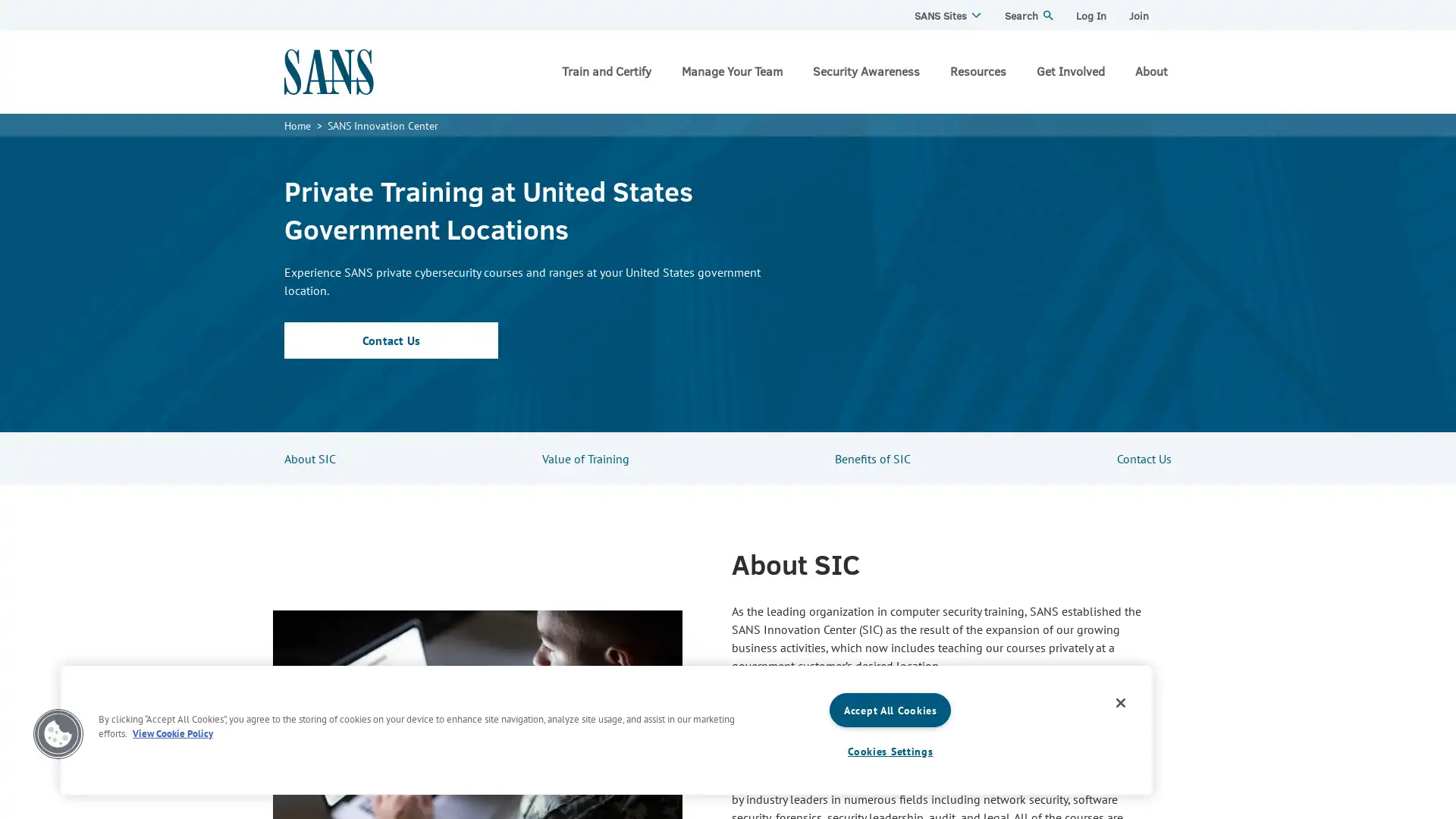  Describe the element at coordinates (890, 751) in the screenshot. I see `Cookies Settings` at that location.